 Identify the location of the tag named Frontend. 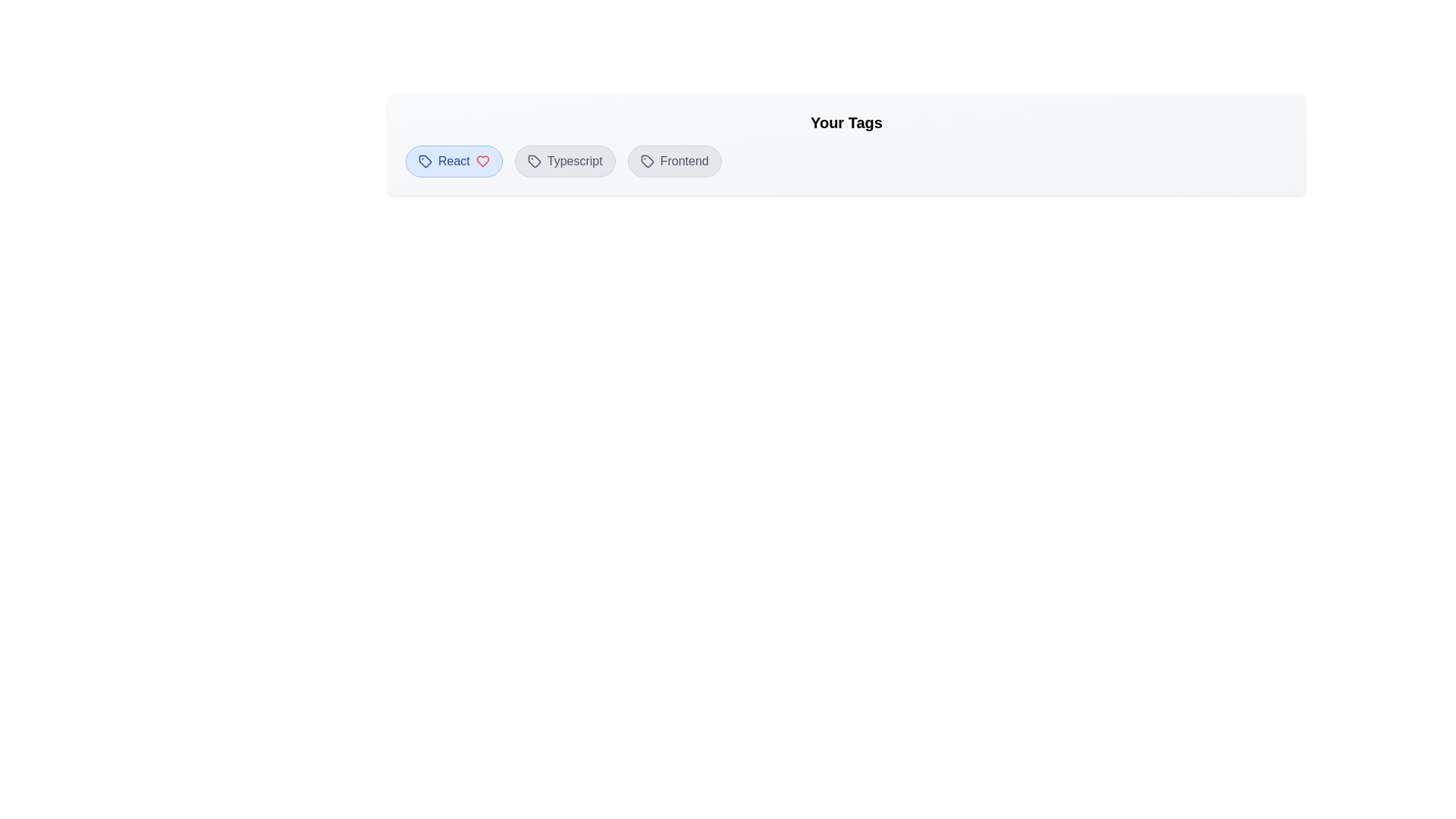
(673, 161).